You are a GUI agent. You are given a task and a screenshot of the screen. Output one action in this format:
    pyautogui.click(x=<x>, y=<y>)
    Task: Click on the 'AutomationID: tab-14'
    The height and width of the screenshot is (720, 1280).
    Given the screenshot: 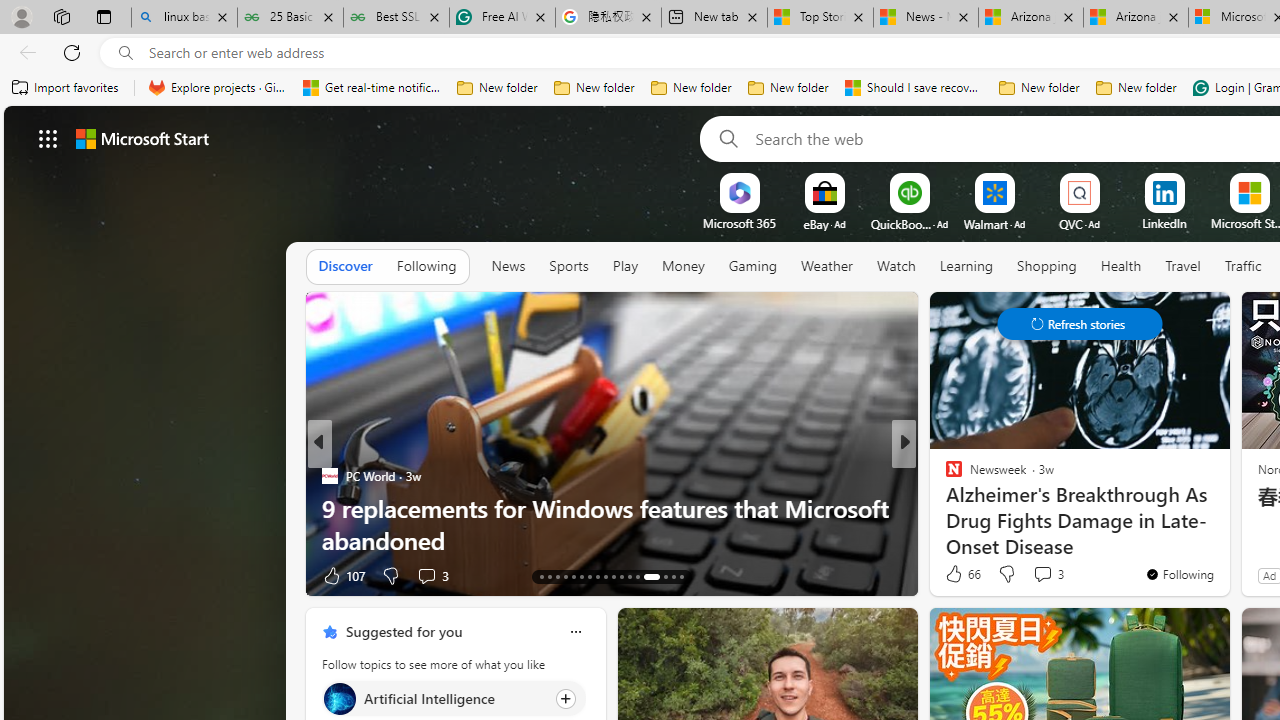 What is the action you would take?
    pyautogui.click(x=549, y=577)
    